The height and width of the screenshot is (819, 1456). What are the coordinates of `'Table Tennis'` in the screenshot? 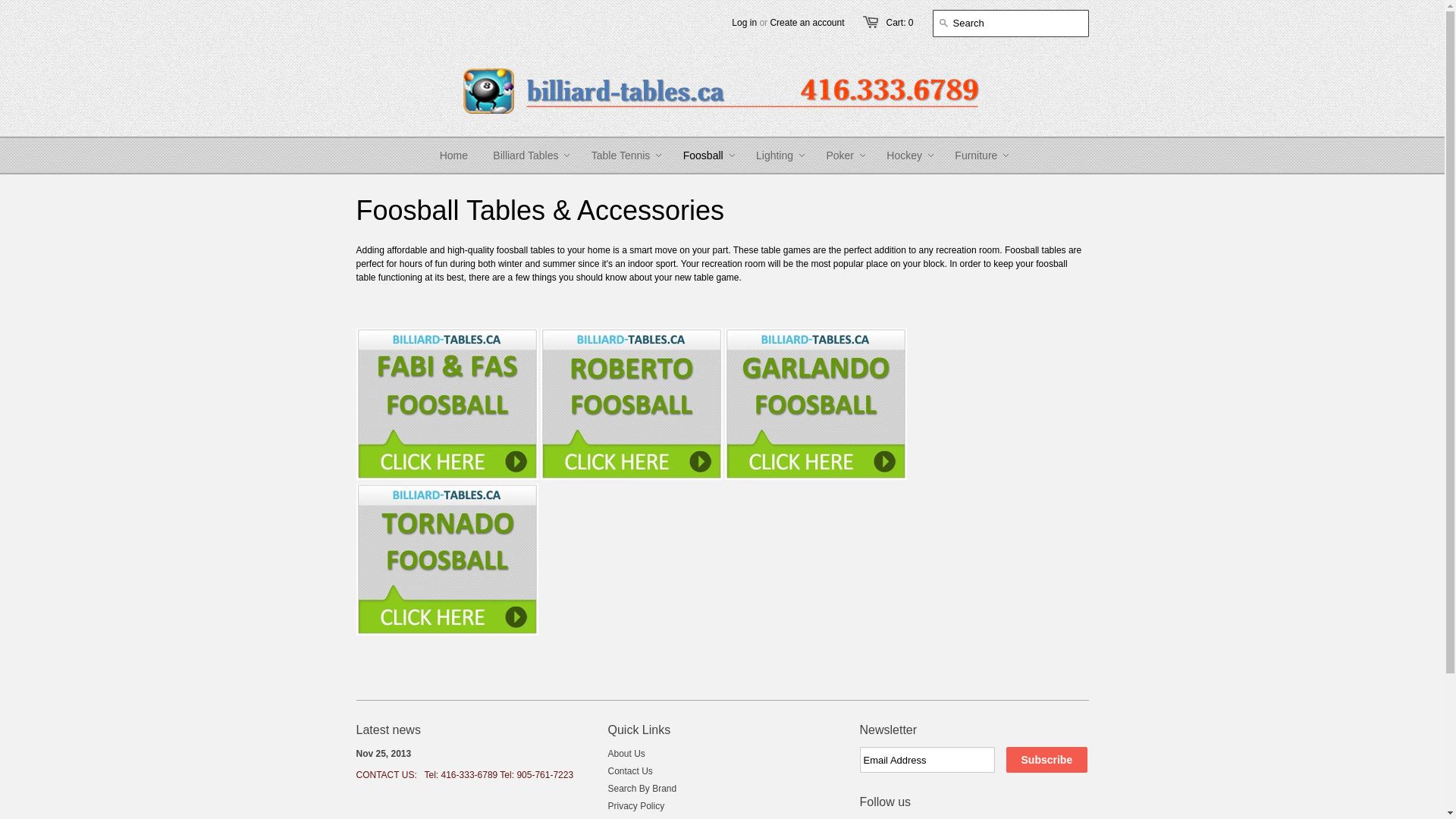 It's located at (579, 155).